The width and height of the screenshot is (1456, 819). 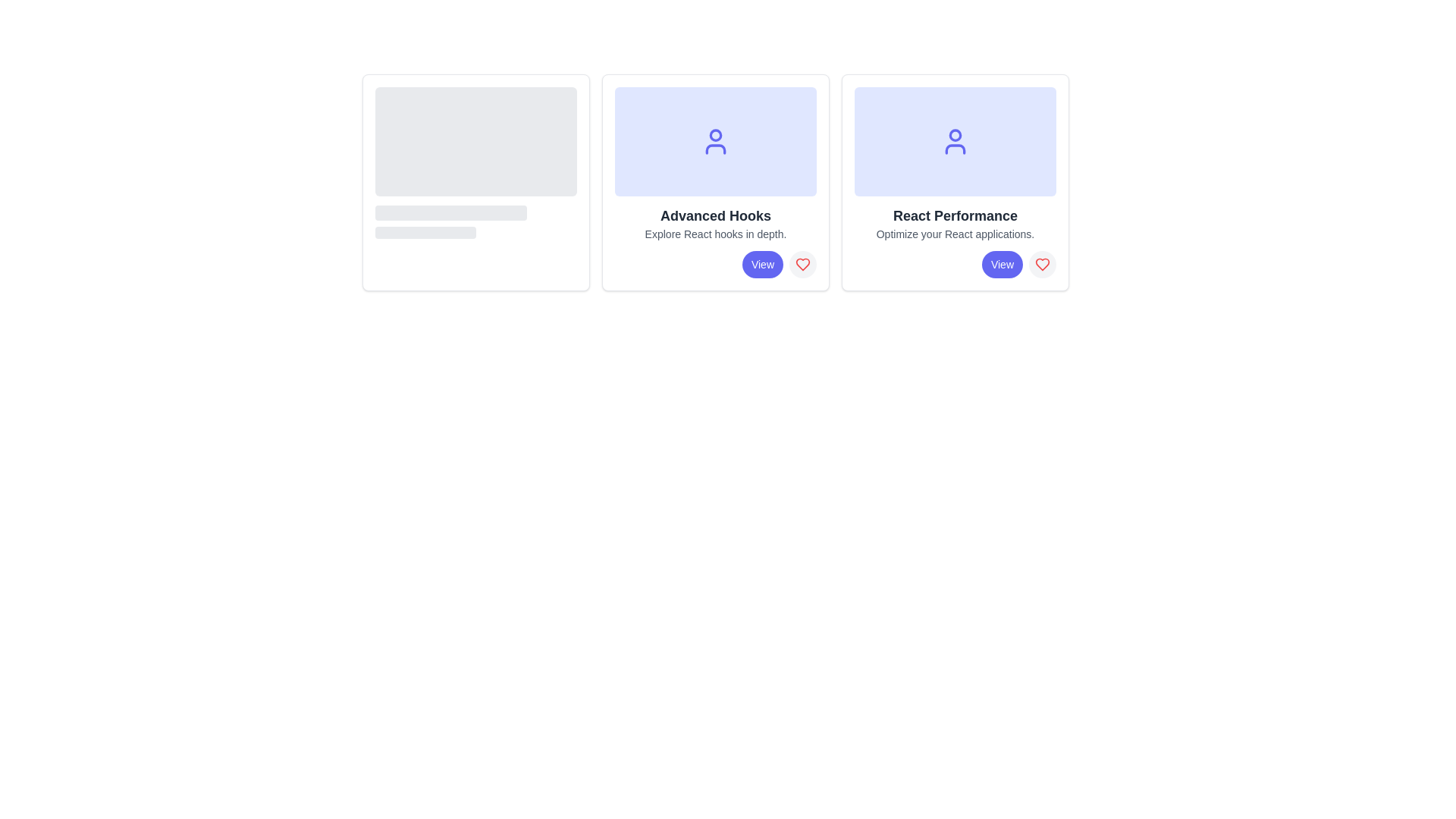 What do you see at coordinates (715, 234) in the screenshot?
I see `the text label displaying 'Explore React hooks in depth.' which is located below the bold heading 'Advanced Hooks' in the card component` at bounding box center [715, 234].